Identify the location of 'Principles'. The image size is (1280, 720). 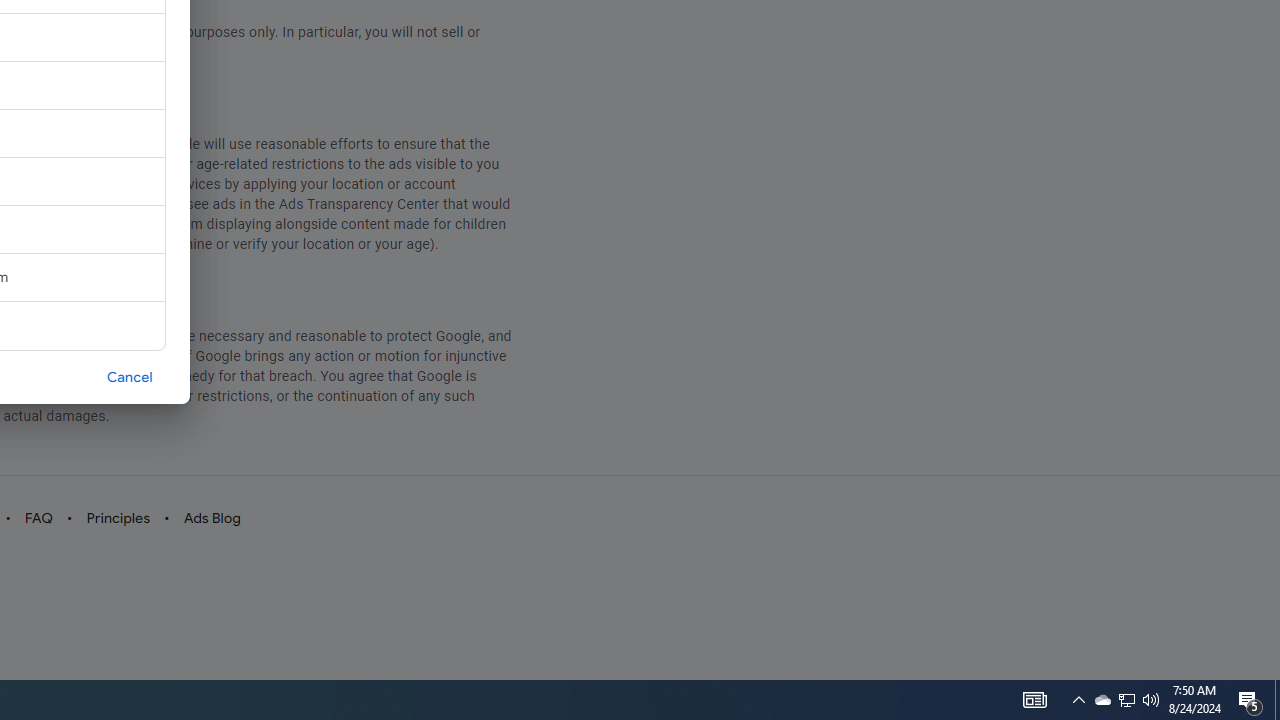
(116, 517).